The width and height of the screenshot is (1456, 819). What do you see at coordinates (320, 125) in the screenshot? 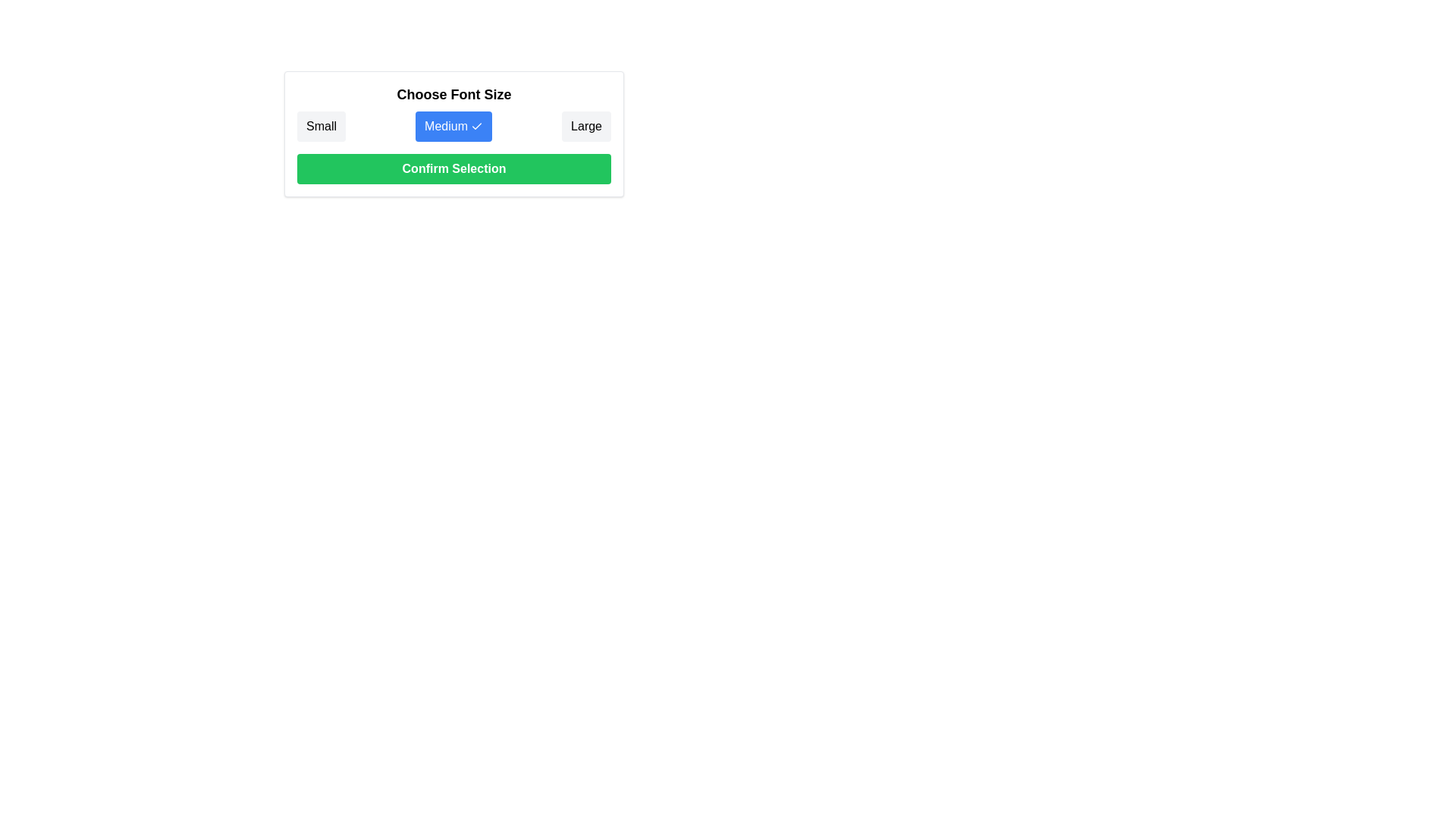
I see `the 'Small' font size button in the 'Choose Font Size' menu` at bounding box center [320, 125].